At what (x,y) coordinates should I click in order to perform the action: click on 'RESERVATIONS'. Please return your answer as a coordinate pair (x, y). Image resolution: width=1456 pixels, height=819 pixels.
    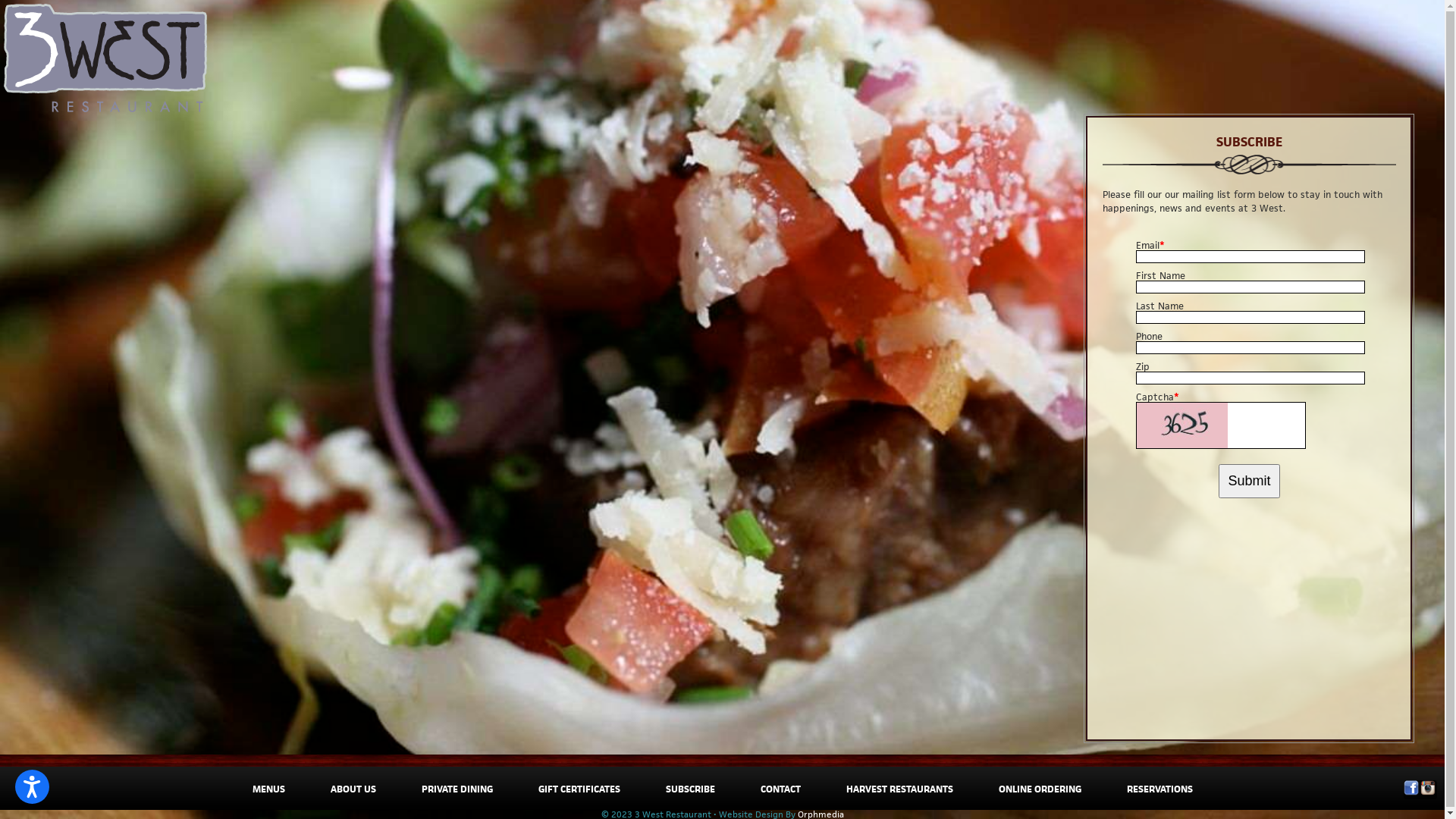
    Looking at the image, I should click on (1159, 788).